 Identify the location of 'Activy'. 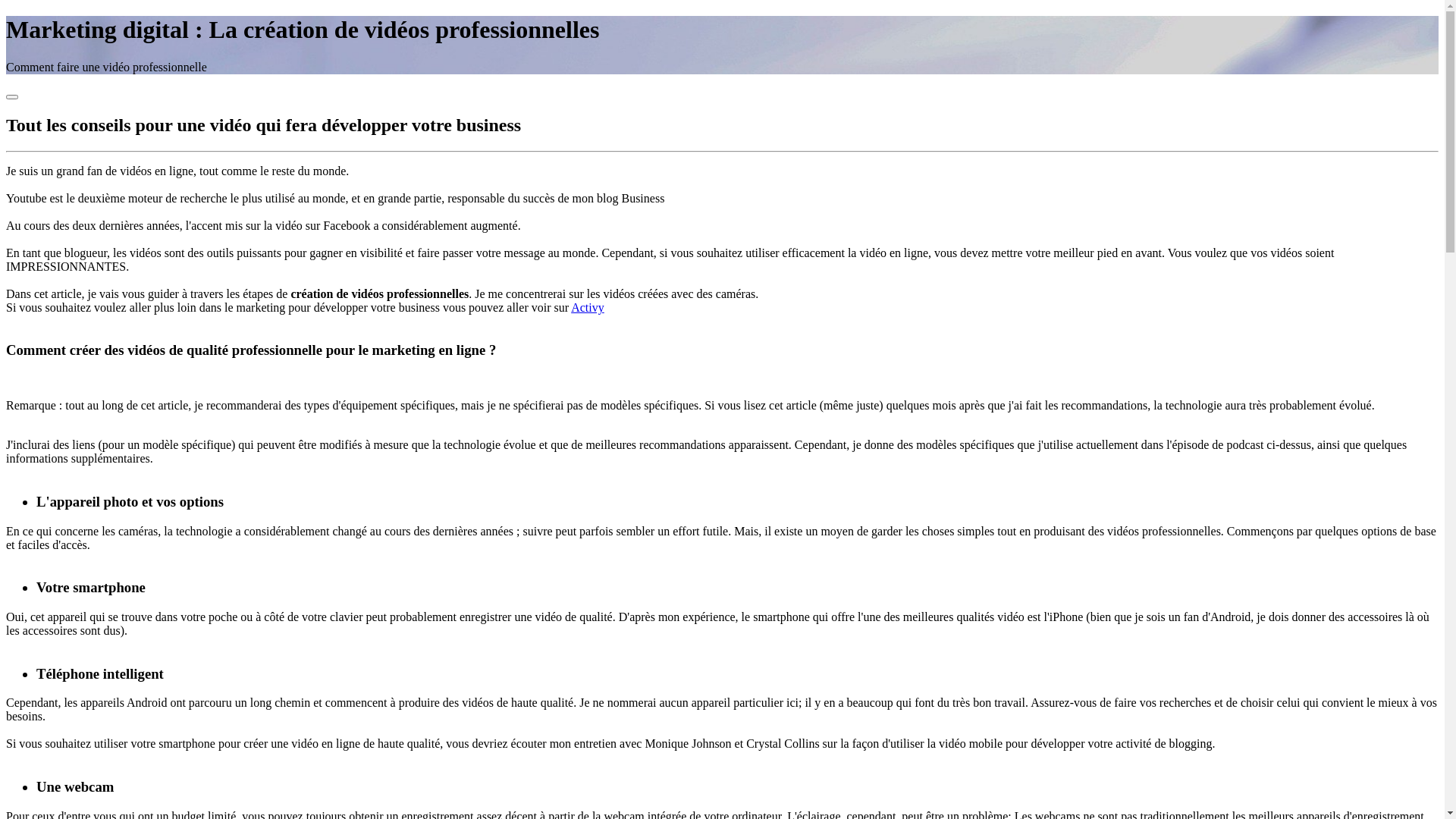
(570, 307).